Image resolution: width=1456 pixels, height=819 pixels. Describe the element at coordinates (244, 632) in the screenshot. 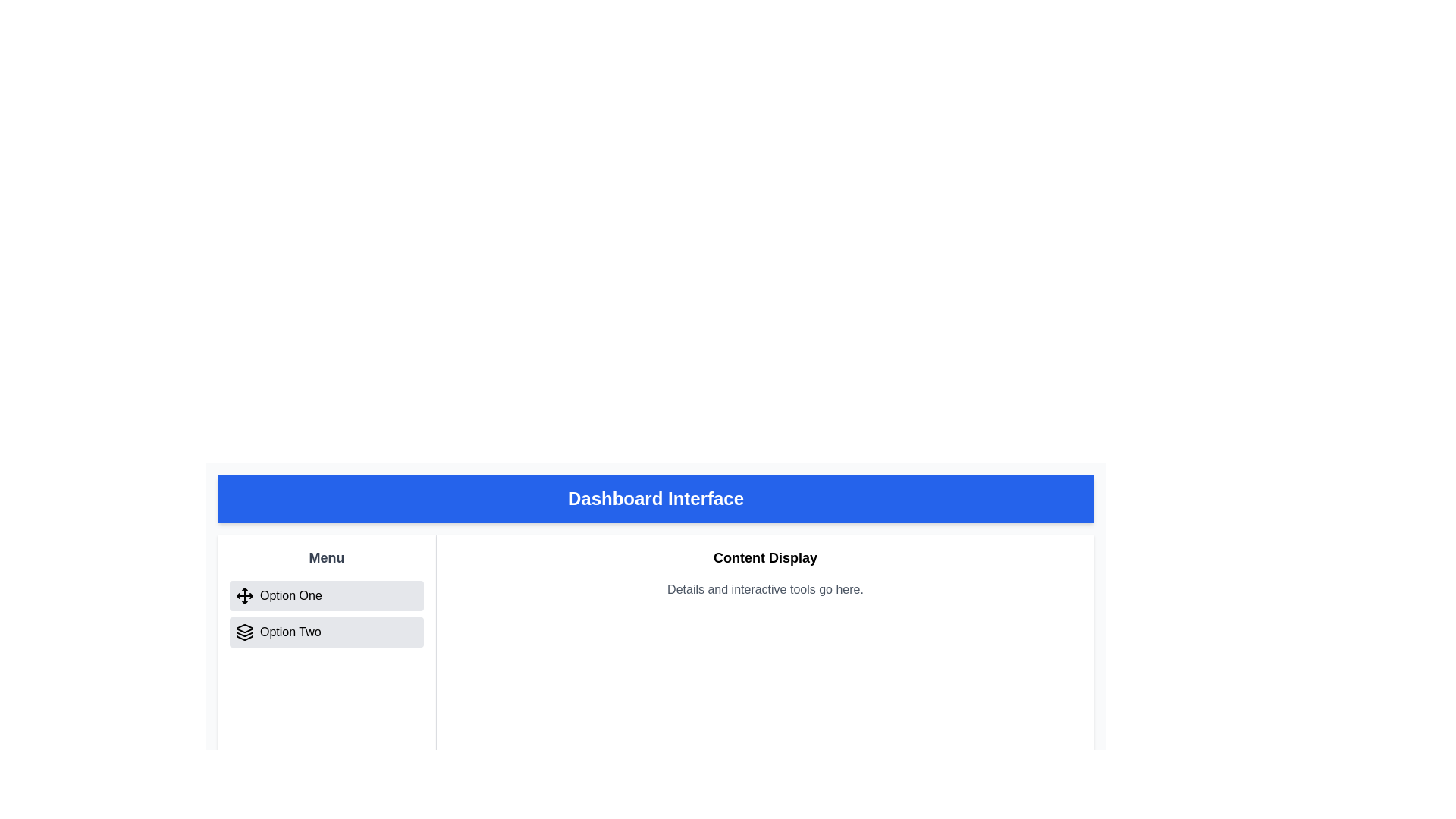

I see `the 'Option Two' menu icon, which is the first icon to the left of the text 'Option Two' in the left menu` at that location.